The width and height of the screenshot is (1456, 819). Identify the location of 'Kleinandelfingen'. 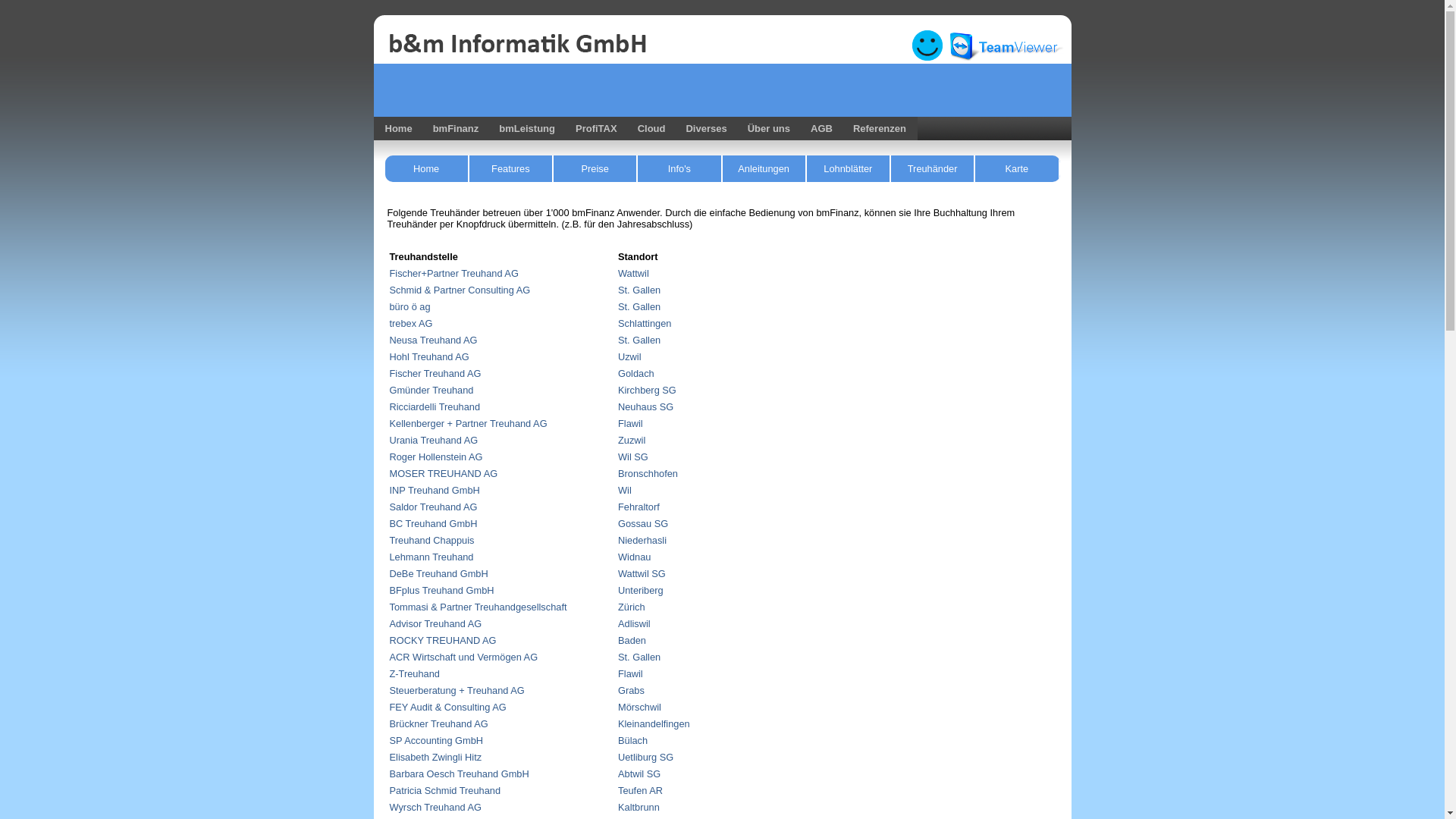
(654, 723).